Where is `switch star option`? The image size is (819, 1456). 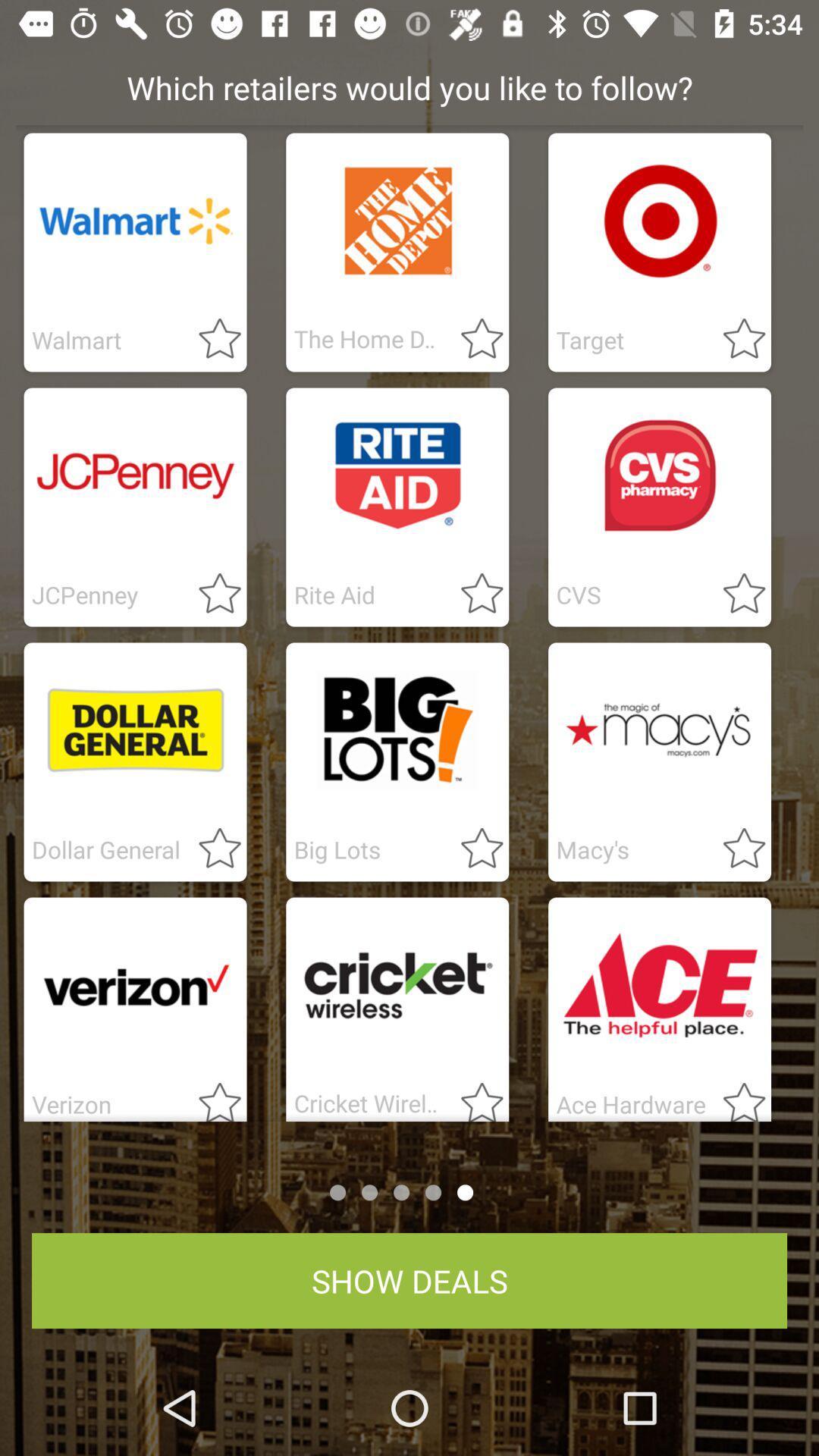
switch star option is located at coordinates (211, 849).